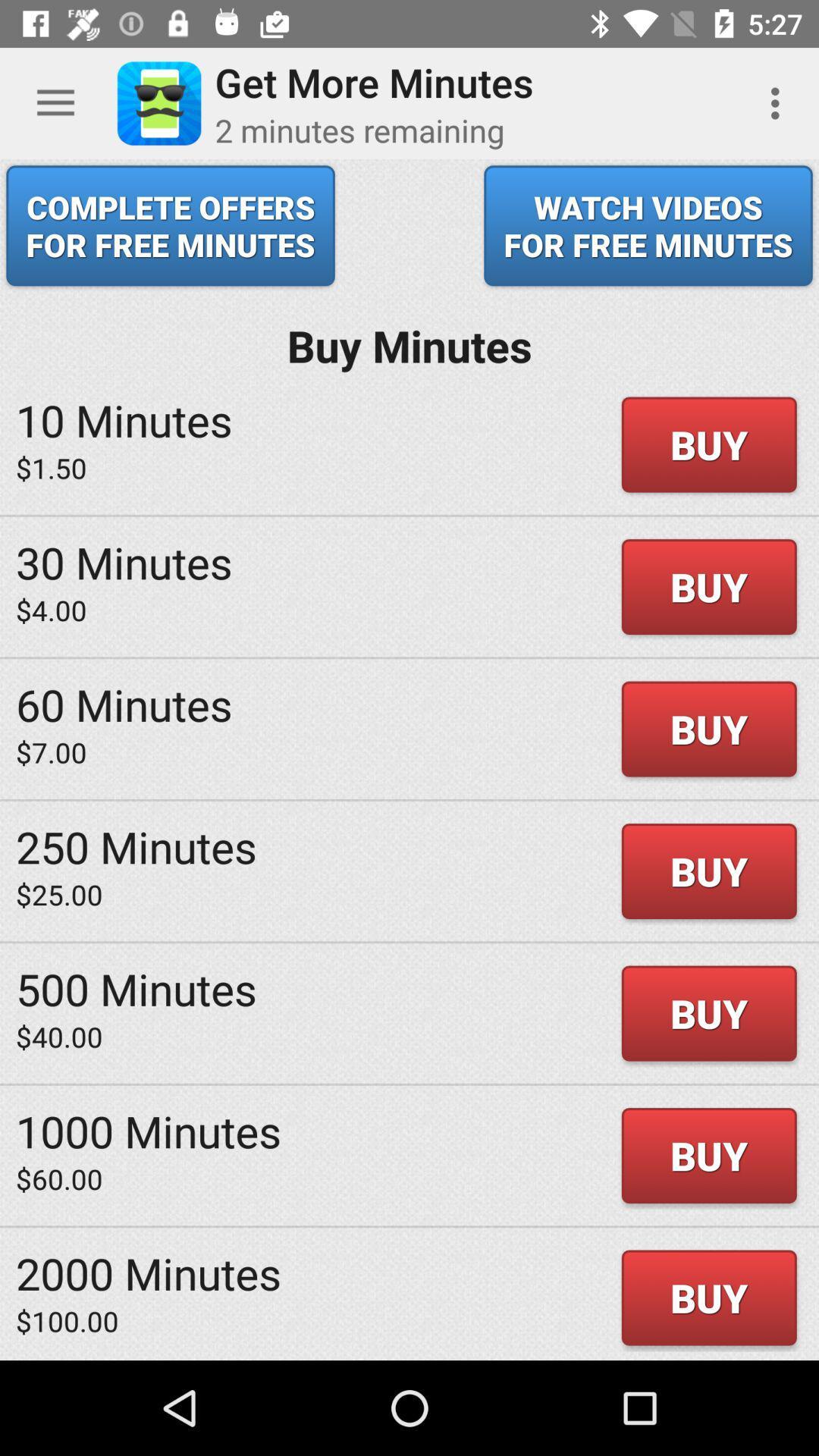 The width and height of the screenshot is (819, 1456). What do you see at coordinates (55, 102) in the screenshot?
I see `the item above complete offers for` at bounding box center [55, 102].